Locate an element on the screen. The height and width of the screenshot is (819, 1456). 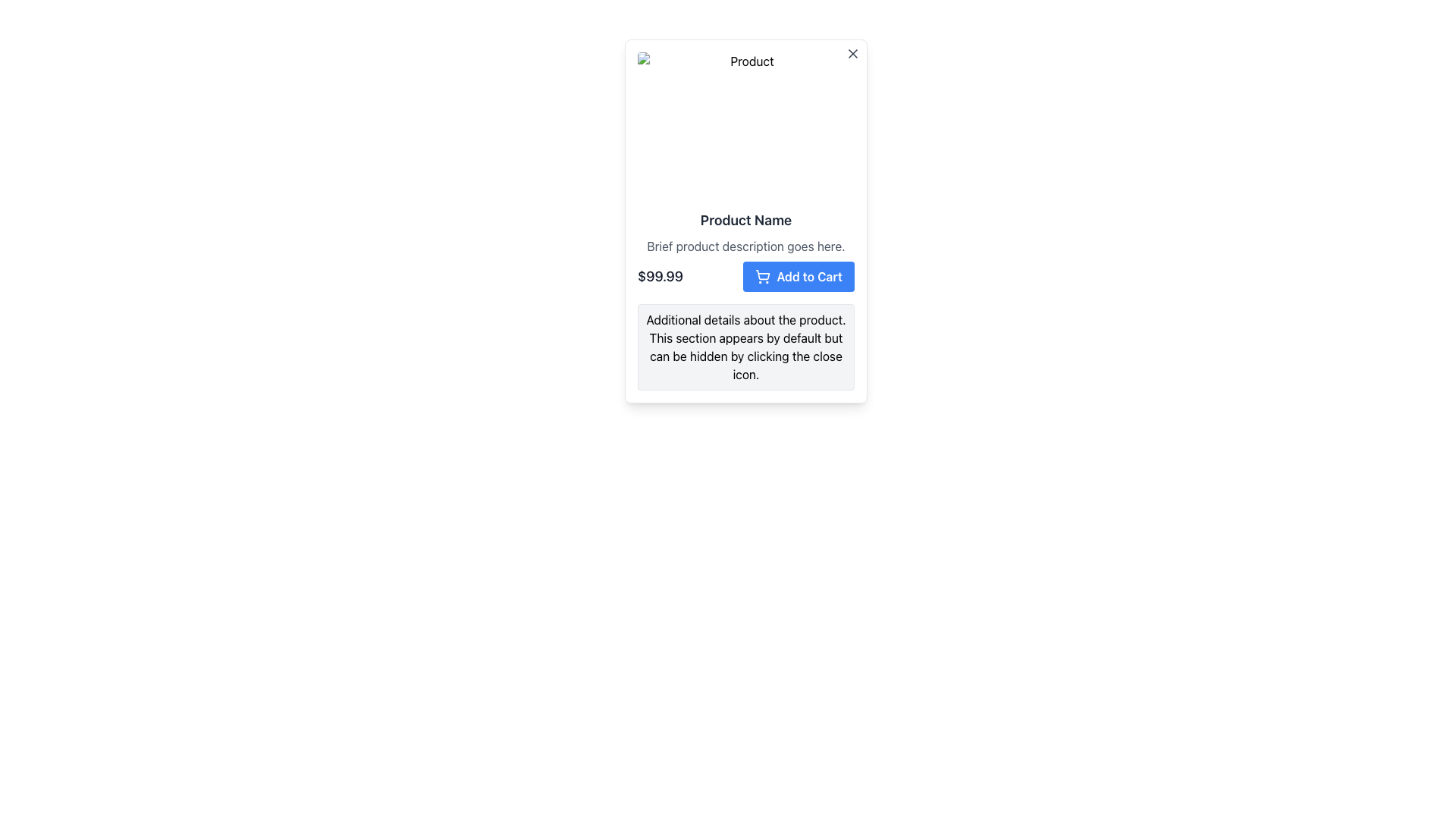
text displayed in the price label located in the lower section of the card layout, to the left of the 'Add to Cart' button is located at coordinates (660, 277).